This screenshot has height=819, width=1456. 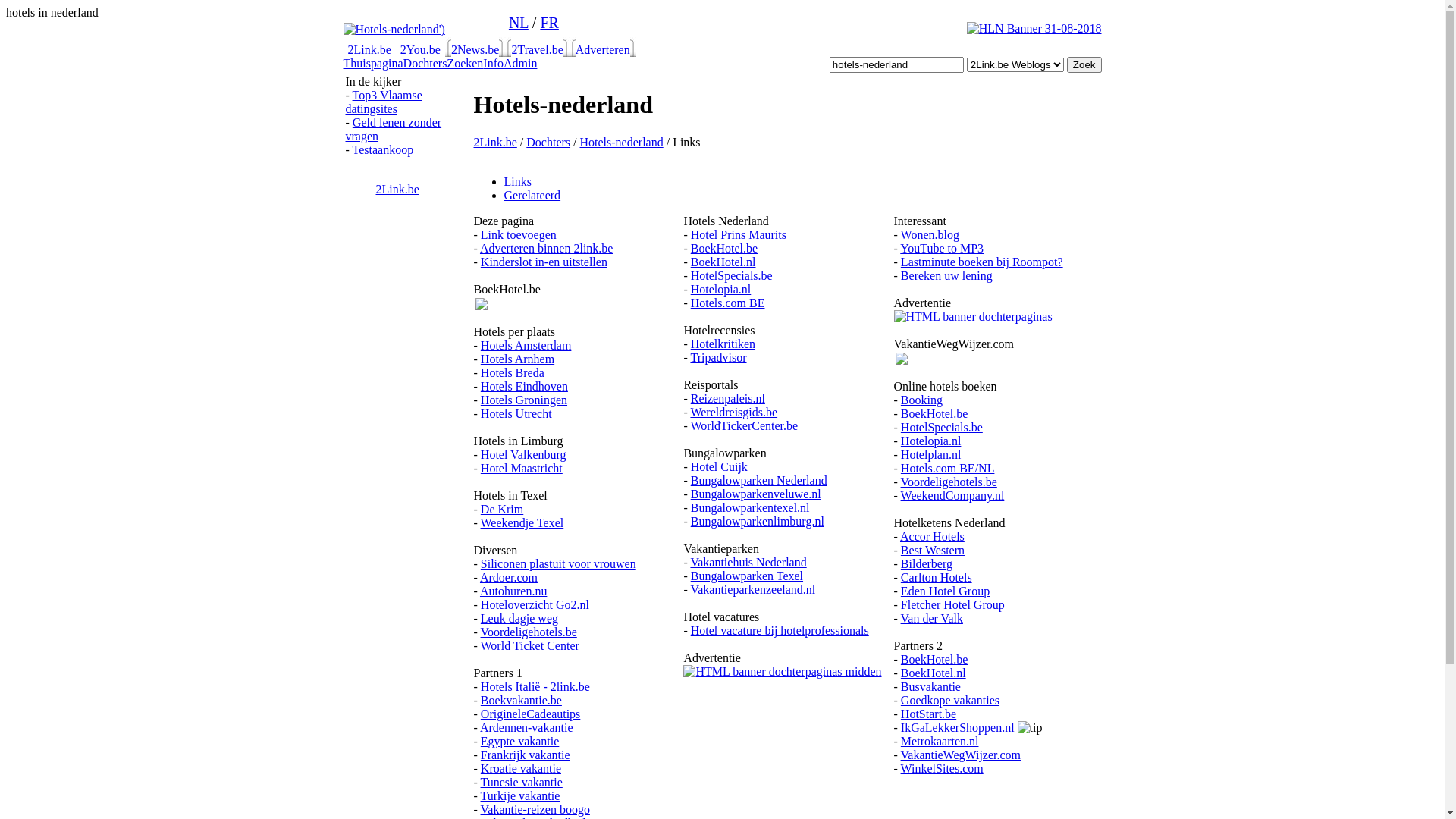 What do you see at coordinates (369, 49) in the screenshot?
I see `'2Link.be'` at bounding box center [369, 49].